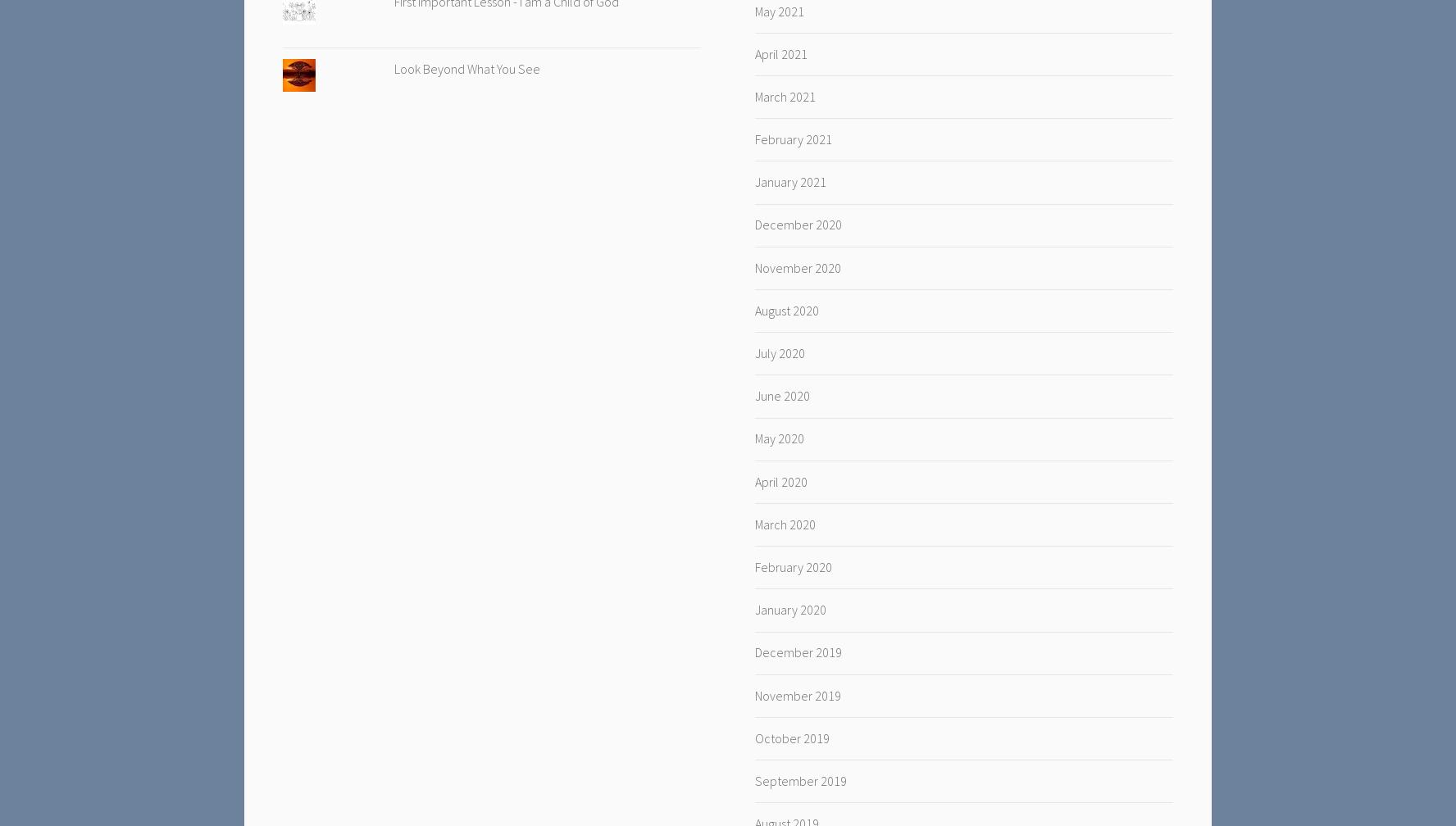 This screenshot has width=1456, height=826. What do you see at coordinates (798, 224) in the screenshot?
I see `'December 2020'` at bounding box center [798, 224].